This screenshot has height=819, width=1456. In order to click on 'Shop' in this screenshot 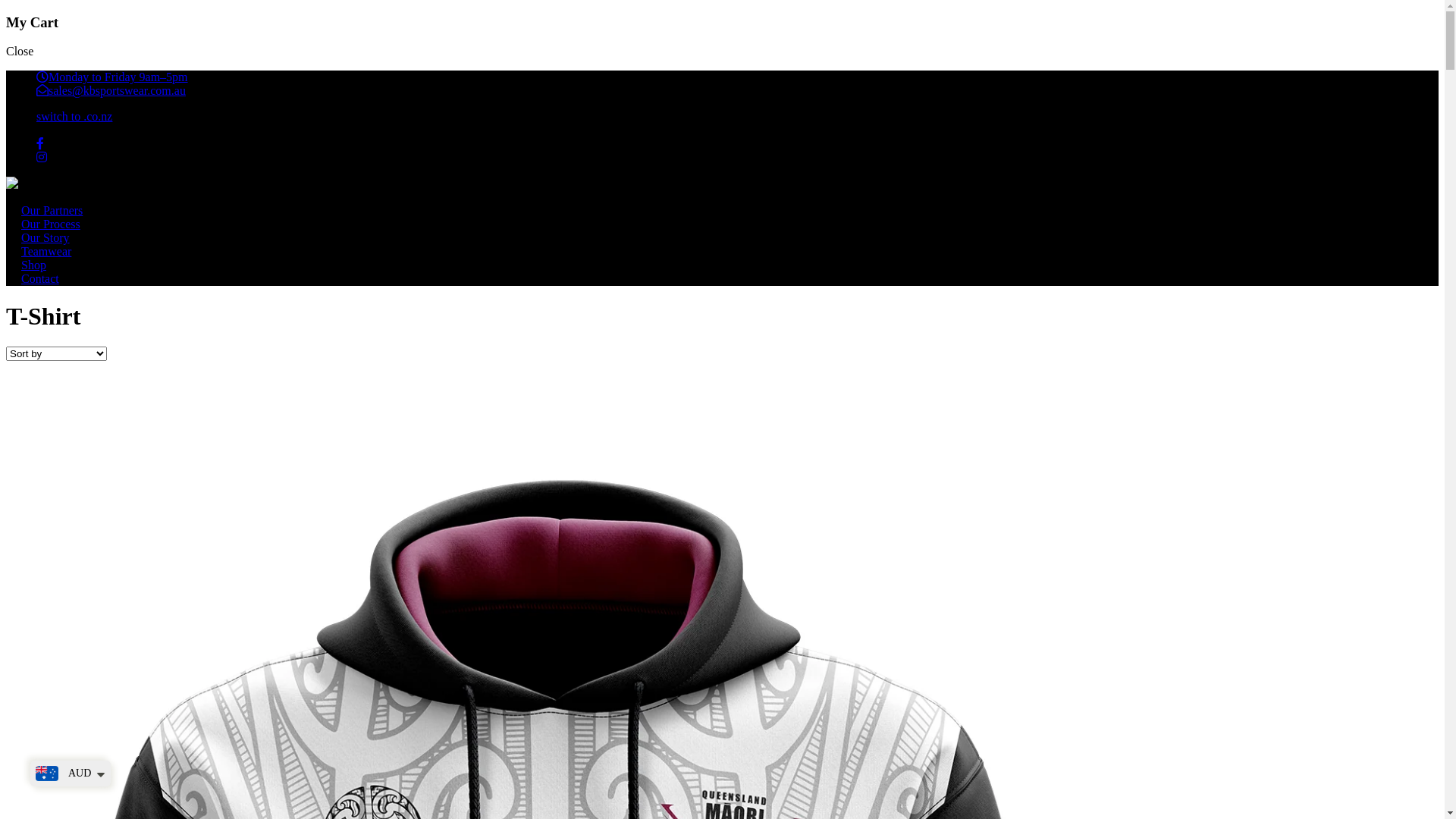, I will do `click(21, 264)`.